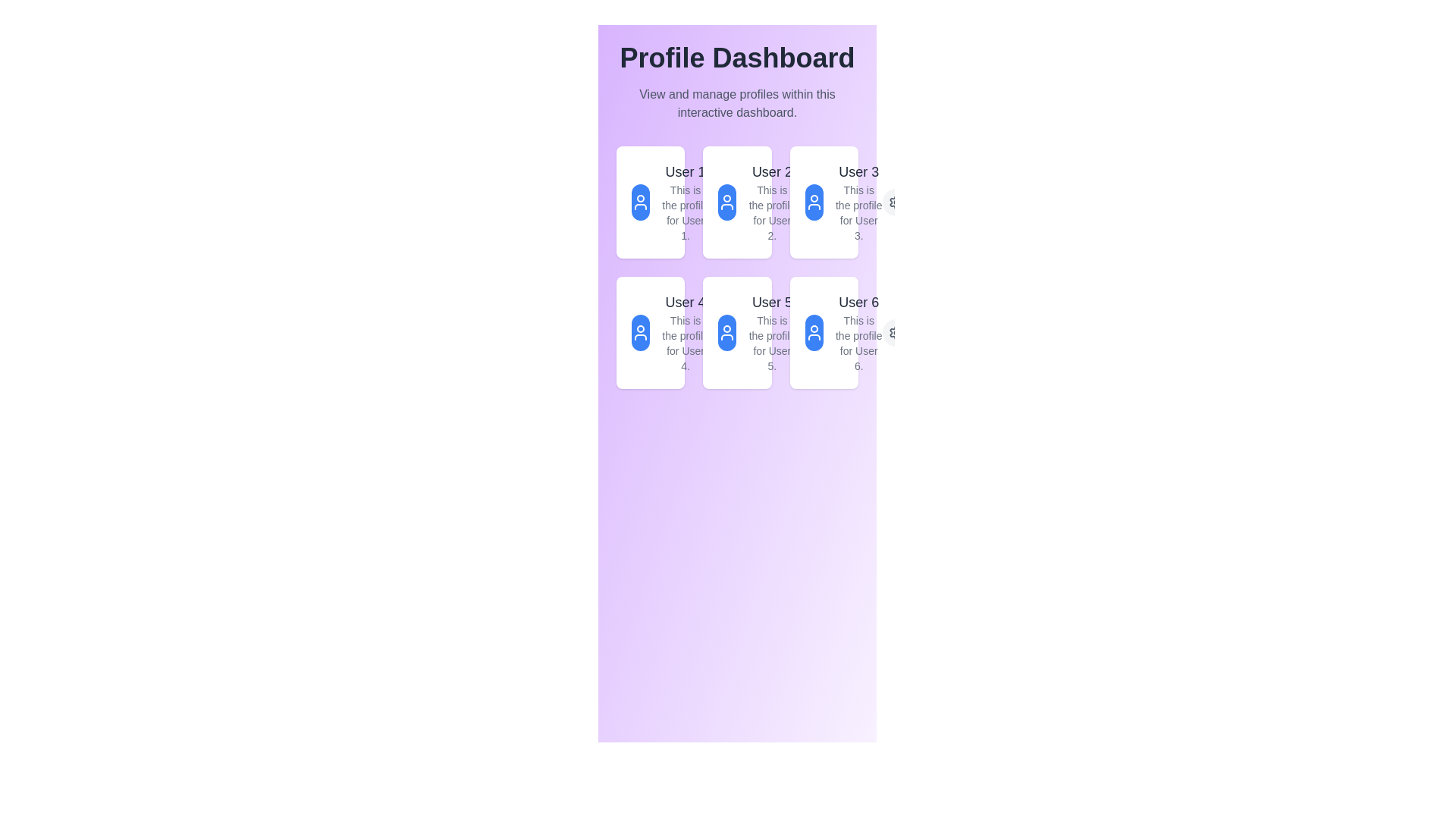 This screenshot has width=1456, height=819. Describe the element at coordinates (896, 332) in the screenshot. I see `the circular settings button with a gray background located in the bottom-right area of the card for 'User 6'` at that location.